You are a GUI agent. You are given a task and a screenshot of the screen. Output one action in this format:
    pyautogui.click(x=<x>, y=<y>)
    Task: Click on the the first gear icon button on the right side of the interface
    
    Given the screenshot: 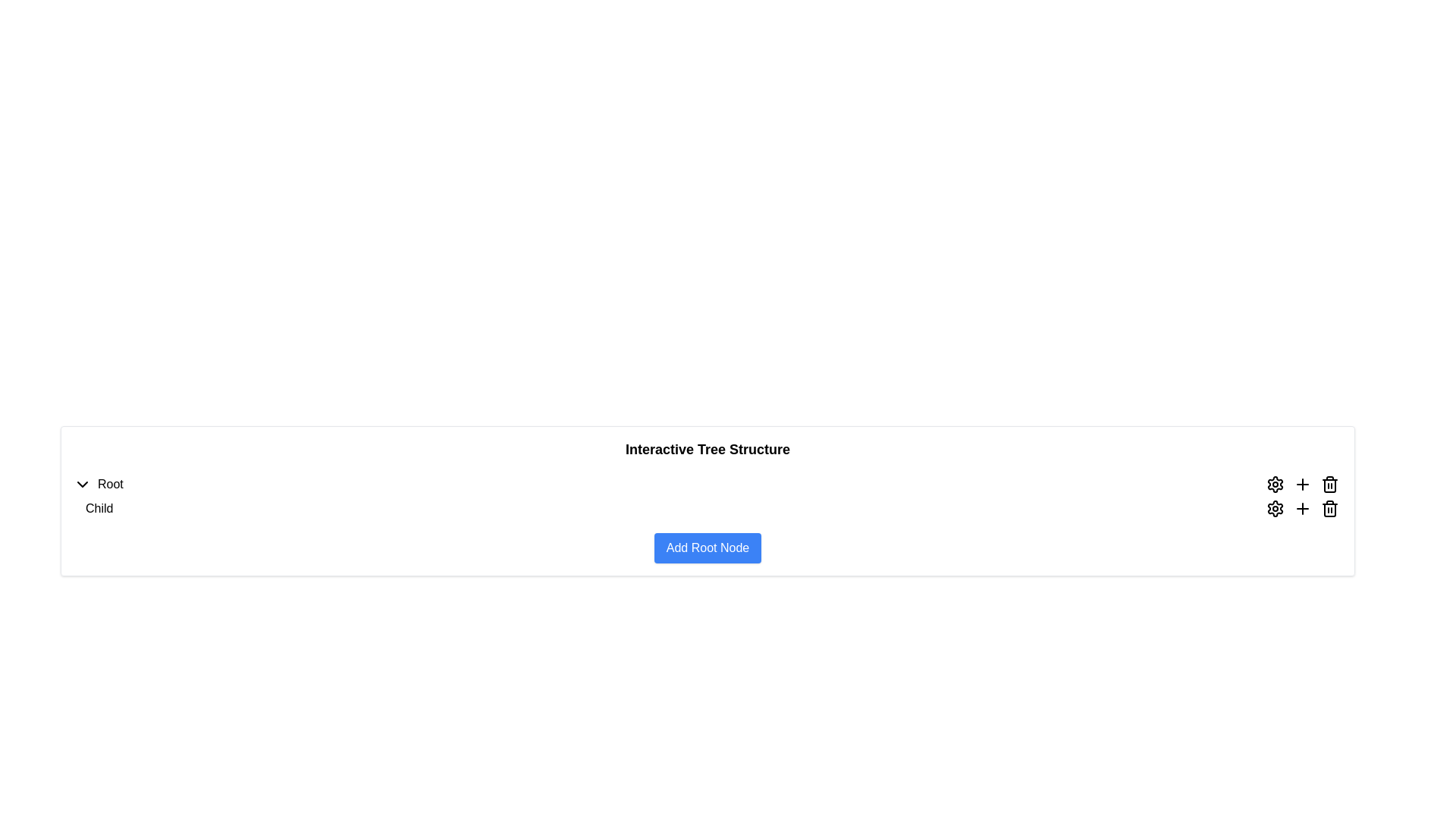 What is the action you would take?
    pyautogui.click(x=1274, y=485)
    